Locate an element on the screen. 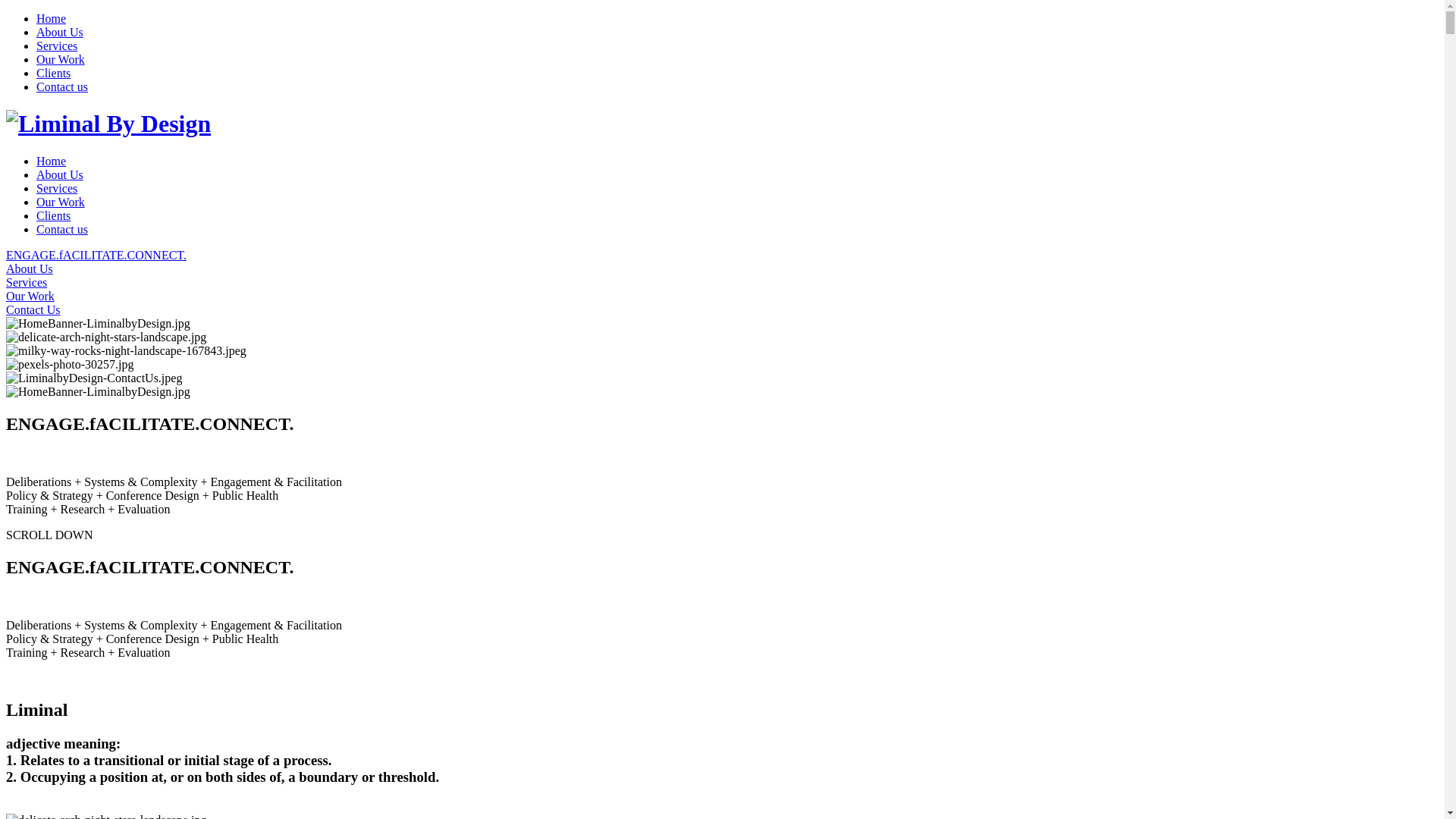 This screenshot has width=1456, height=819. 'ENGAGE.fACILITATE.CONNECT.' is located at coordinates (721, 254).